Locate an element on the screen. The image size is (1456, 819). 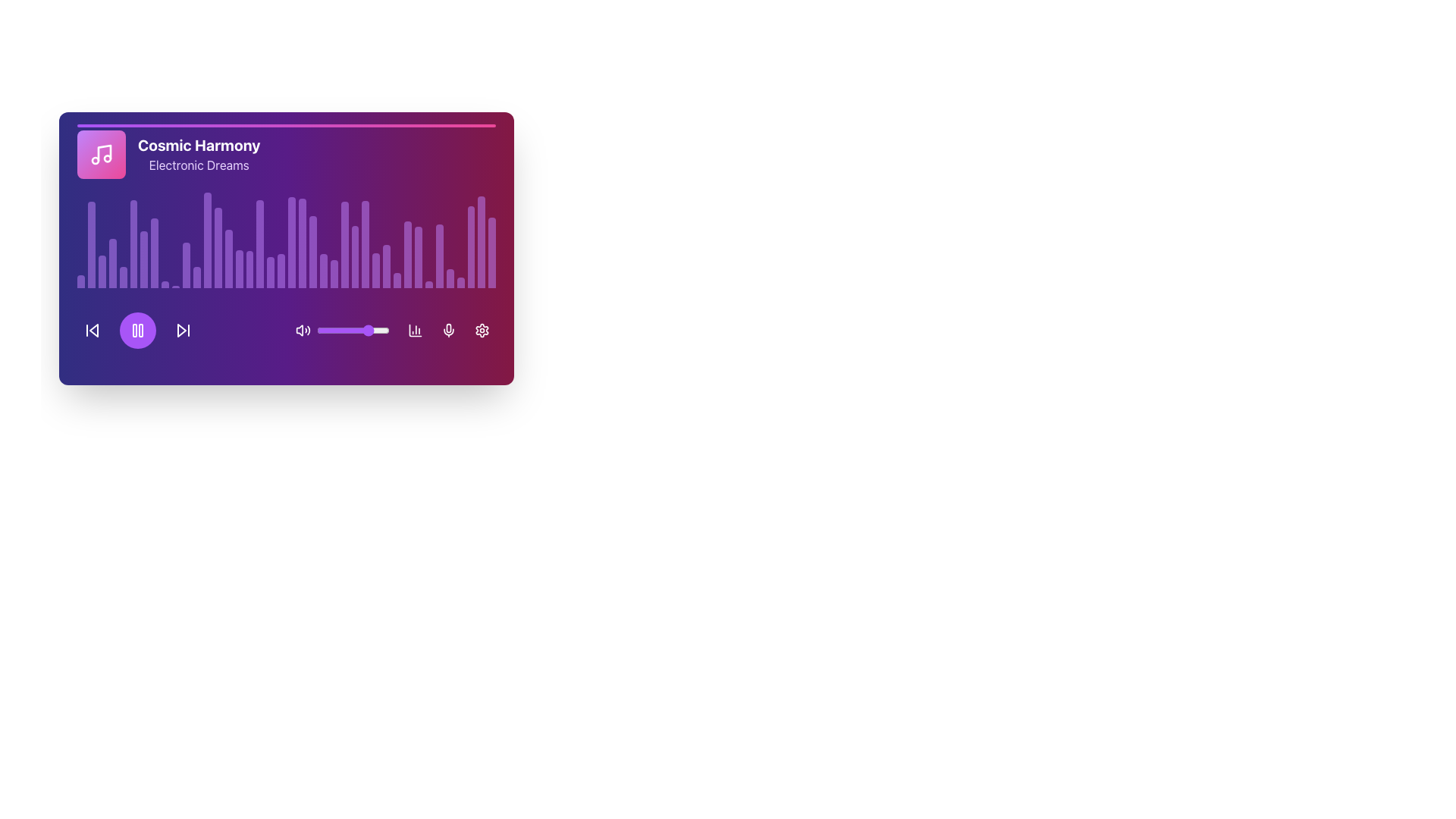
the 21st bar in the visualizer indicating amplitude or intensity is located at coordinates (292, 242).